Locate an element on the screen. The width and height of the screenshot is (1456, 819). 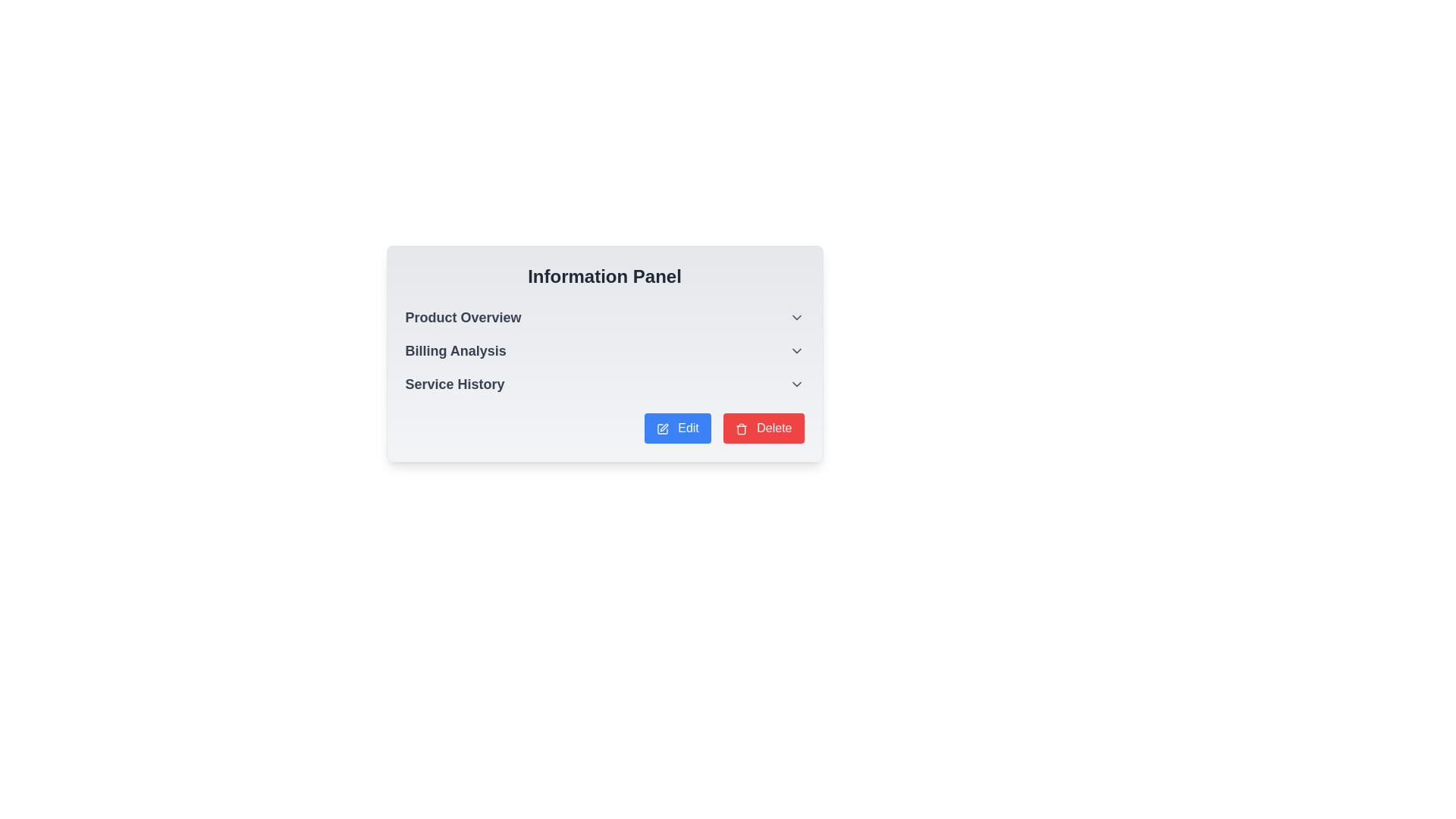
on the 'Billing Analysis' section of the collapsible menu located within the 'Information Panel' is located at coordinates (604, 350).